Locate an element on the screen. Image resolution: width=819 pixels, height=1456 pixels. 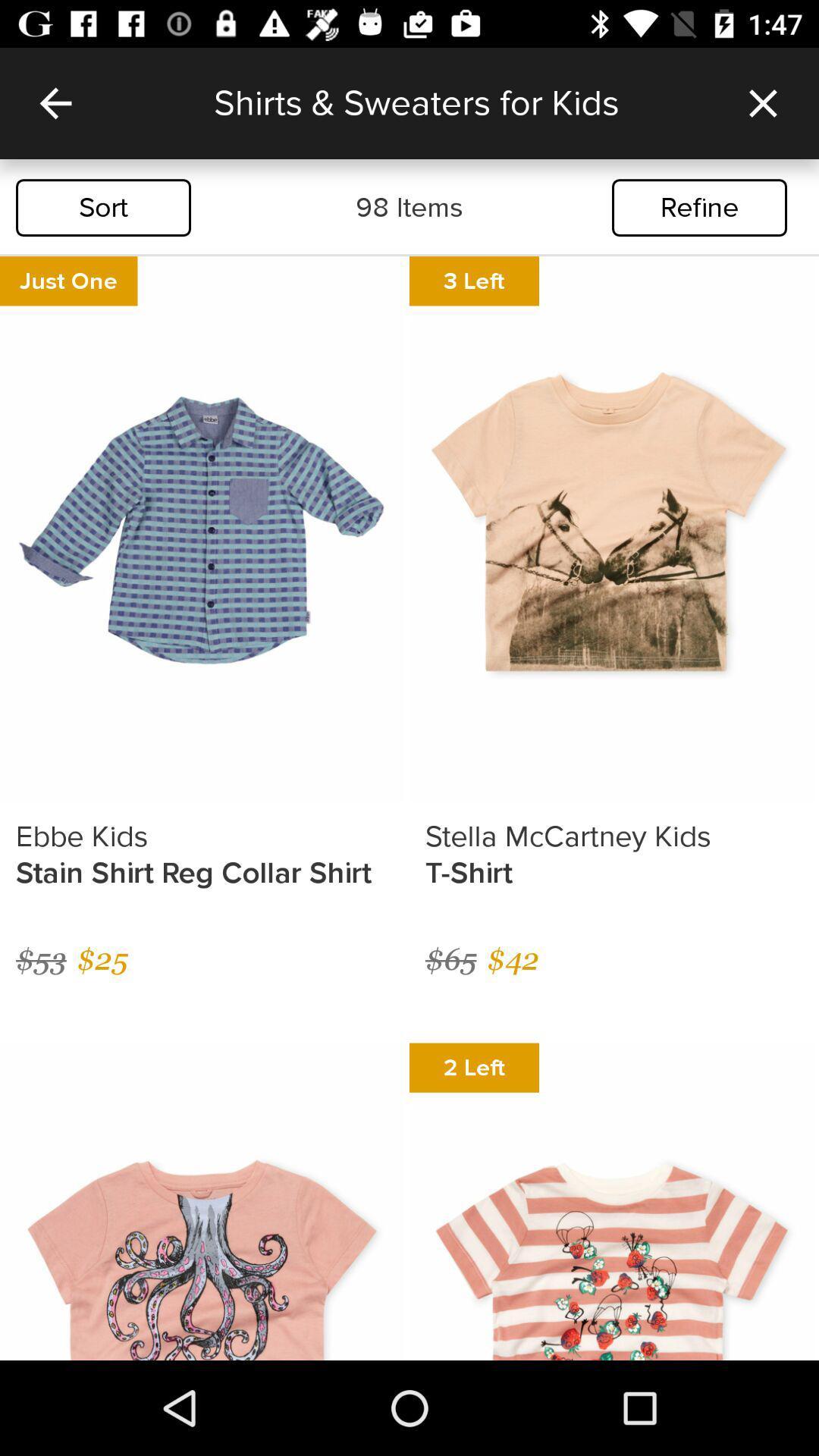
the item next to sort is located at coordinates (409, 207).